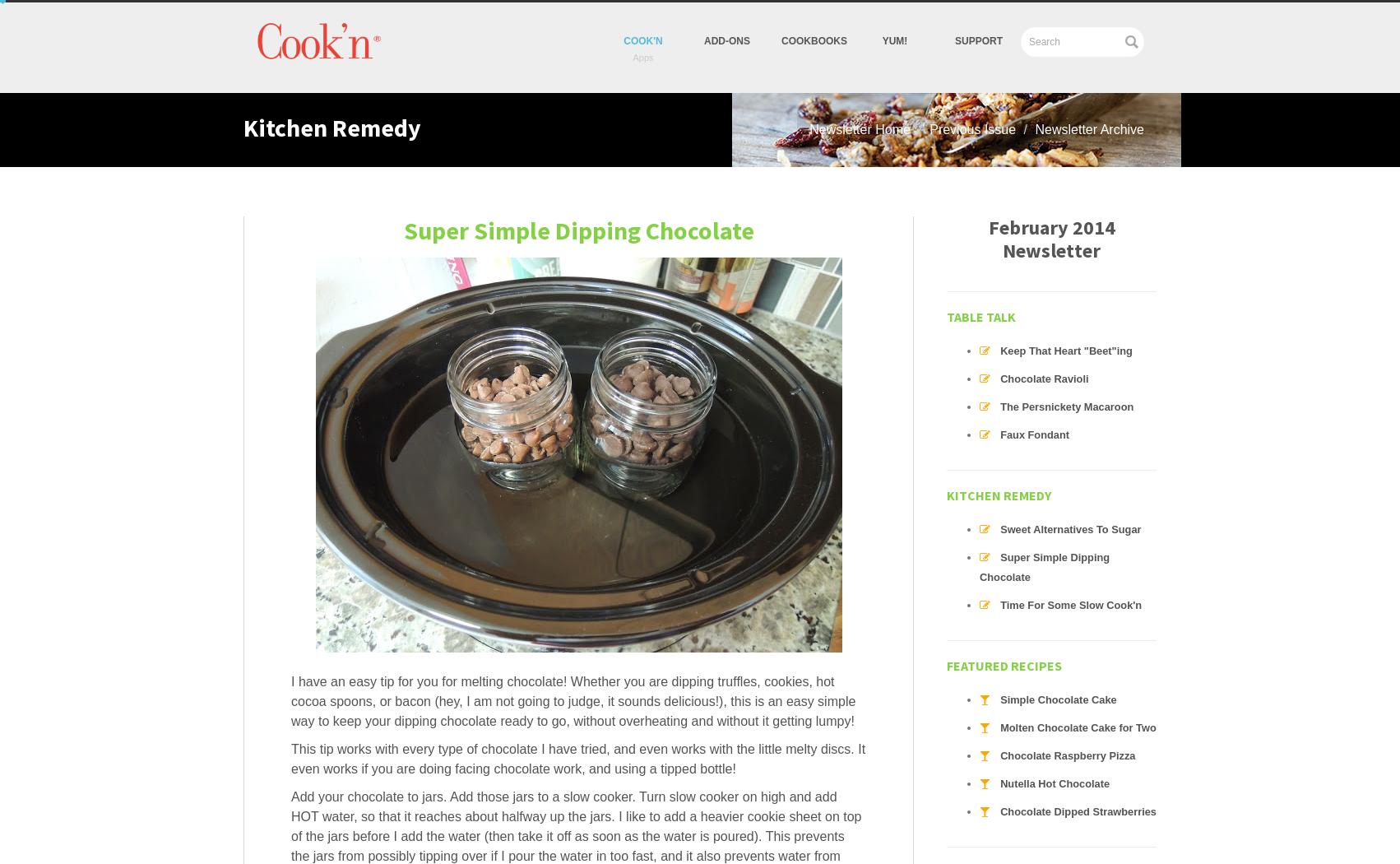  Describe the element at coordinates (972, 129) in the screenshot. I see `'Previous Issue'` at that location.